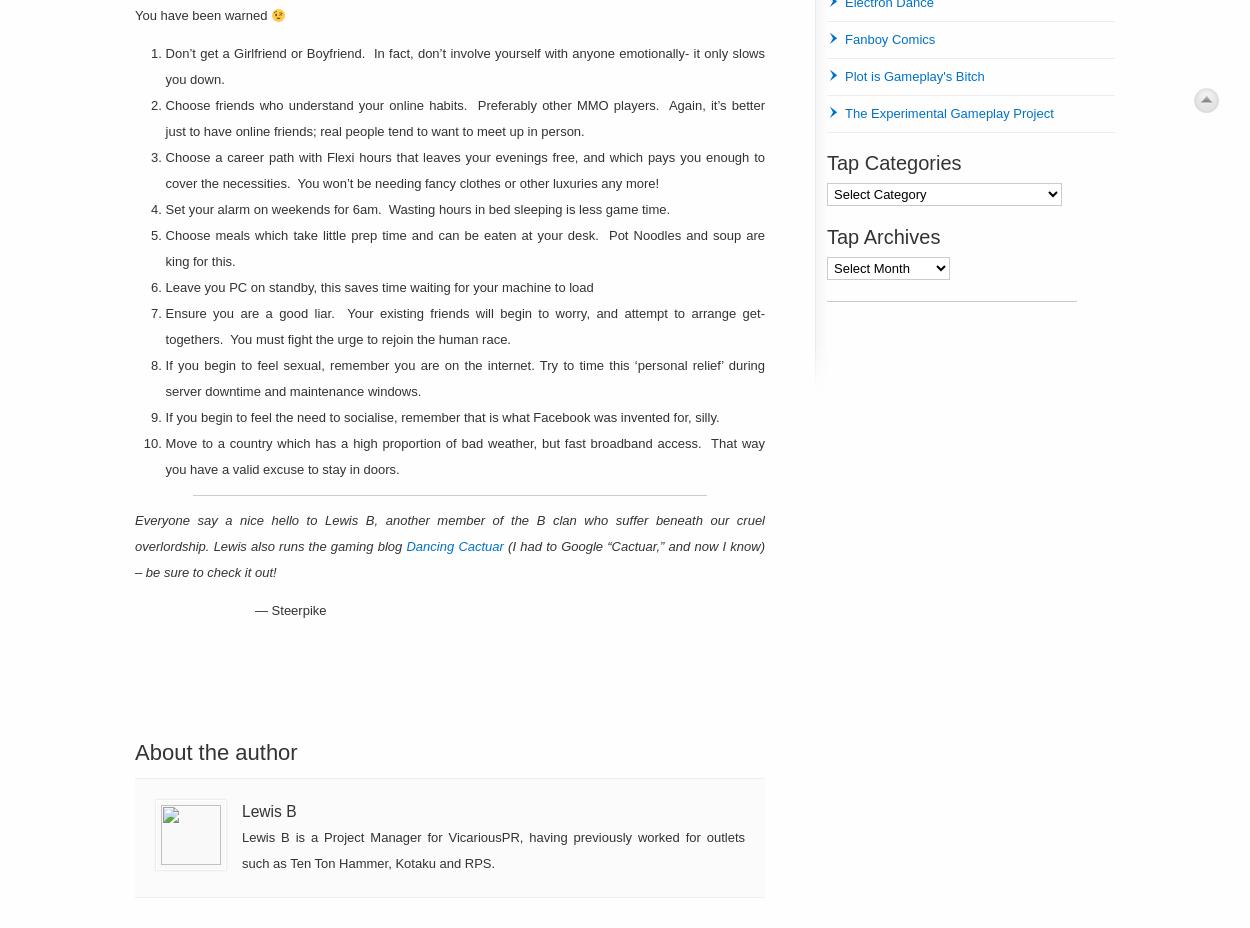  Describe the element at coordinates (417, 209) in the screenshot. I see `'Set your alarm on weekends for 6am.  Wasting hours in bed sleeping is less game time.'` at that location.